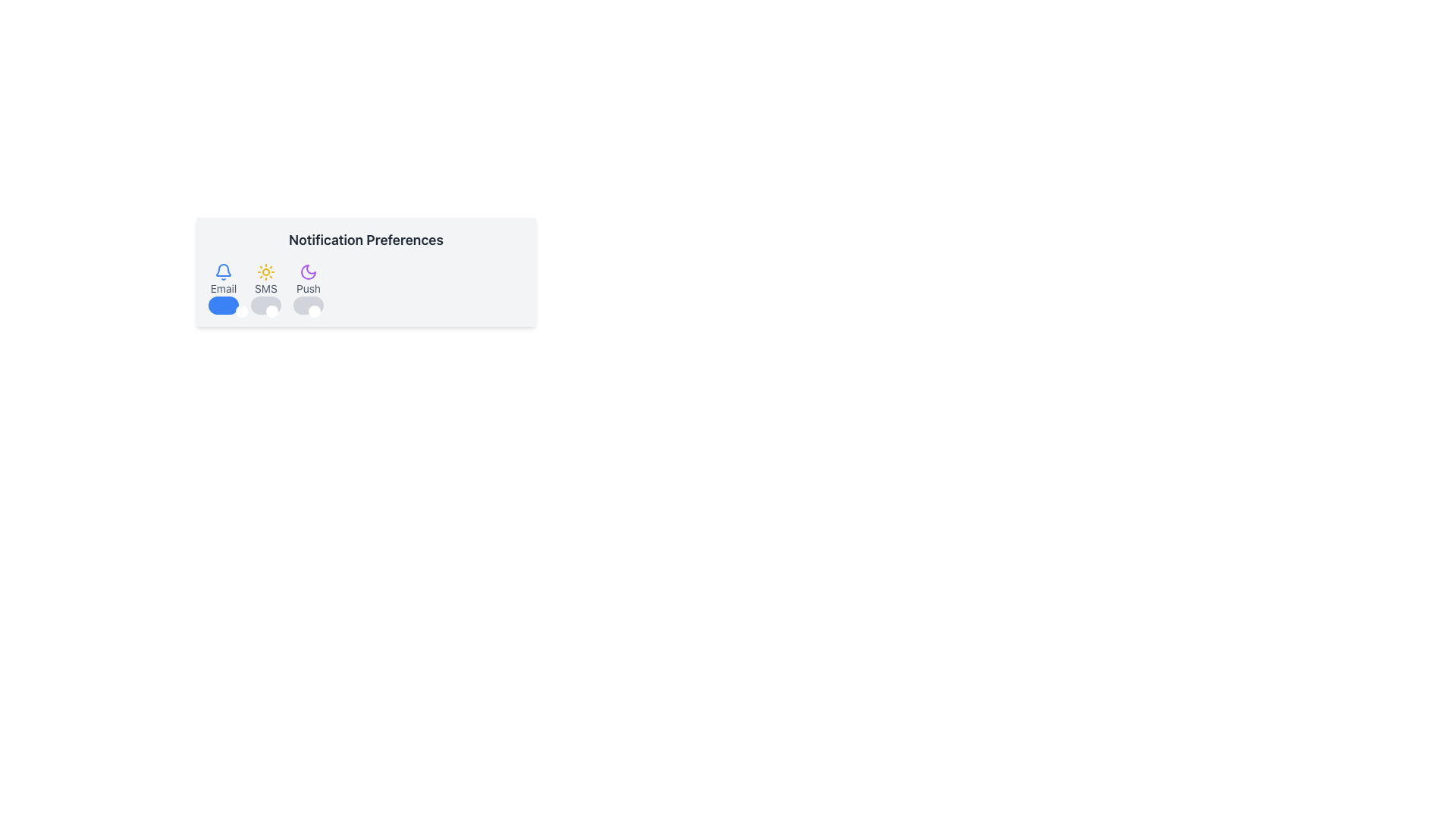 The image size is (1456, 819). What do you see at coordinates (265, 289) in the screenshot?
I see `the Notification Preference Toggle for SMS` at bounding box center [265, 289].